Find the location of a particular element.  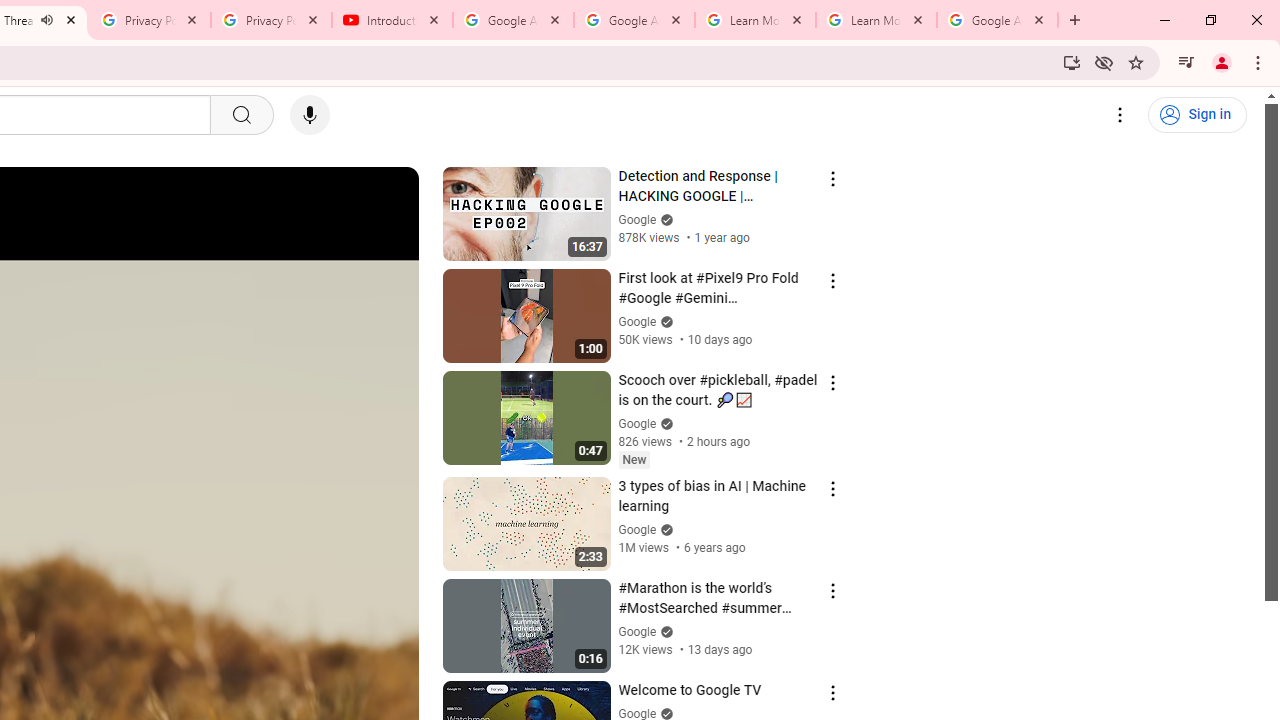

'Introduction | Google Privacy Policy - YouTube' is located at coordinates (392, 20).